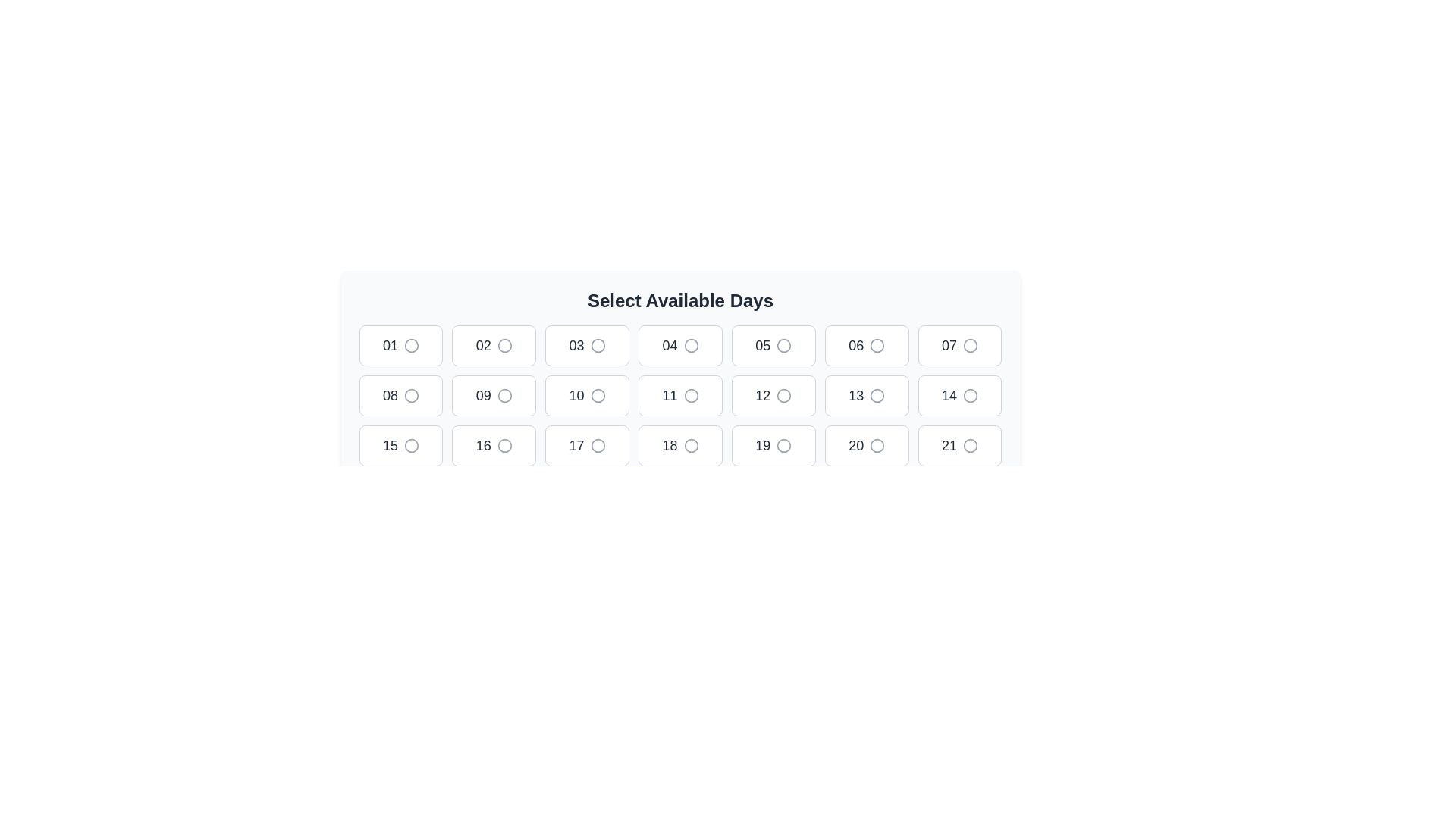 The height and width of the screenshot is (819, 1456). What do you see at coordinates (390, 345) in the screenshot?
I see `the text label indicating the number '01', which is the first option in a list of selectable days, located at the top left of a grid-like layout` at bounding box center [390, 345].